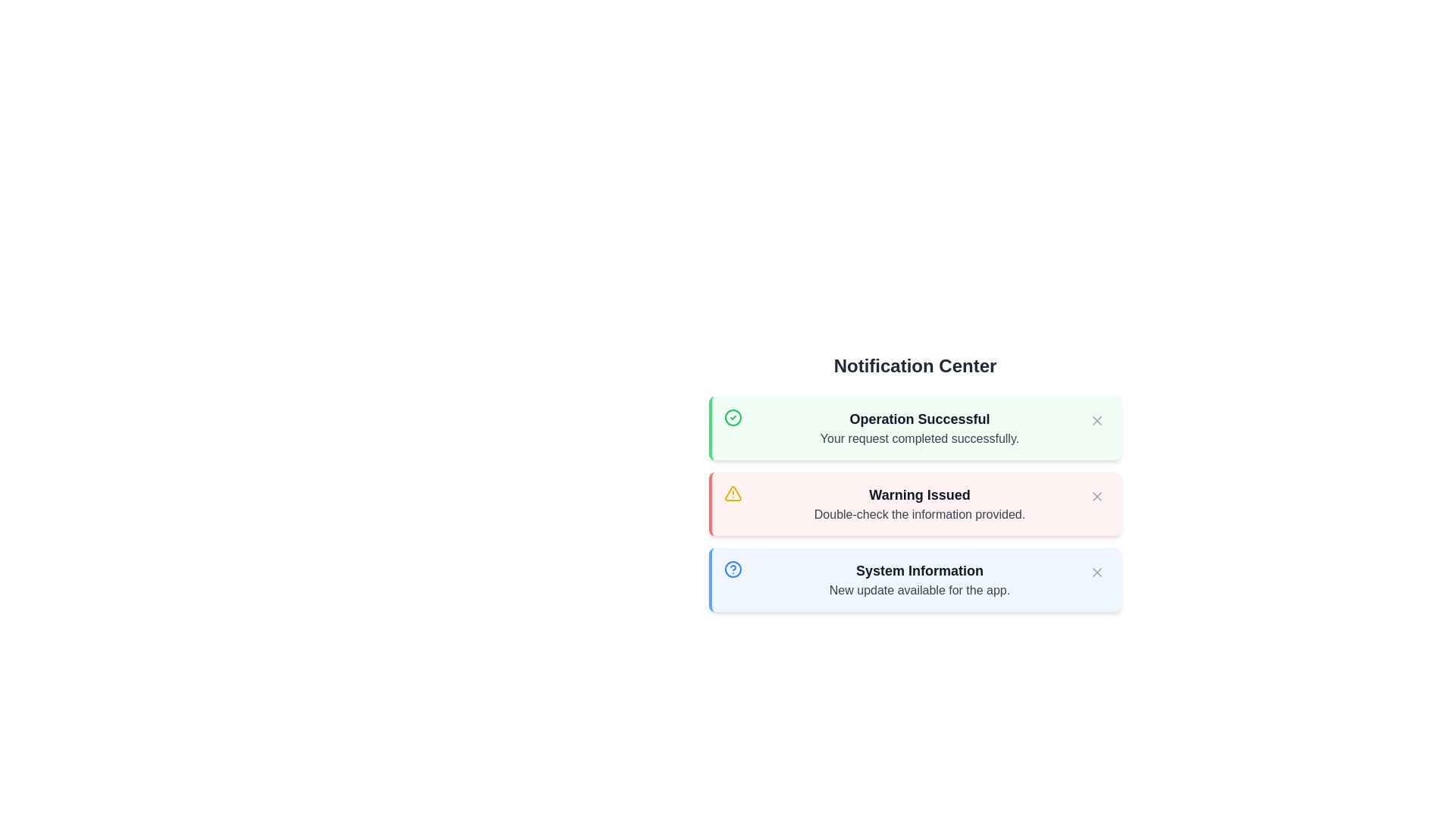 Image resolution: width=1456 pixels, height=819 pixels. I want to click on the text 'Operation Successful' which is prominently displayed in bold within the first notification card of the Notification Center, so click(919, 419).